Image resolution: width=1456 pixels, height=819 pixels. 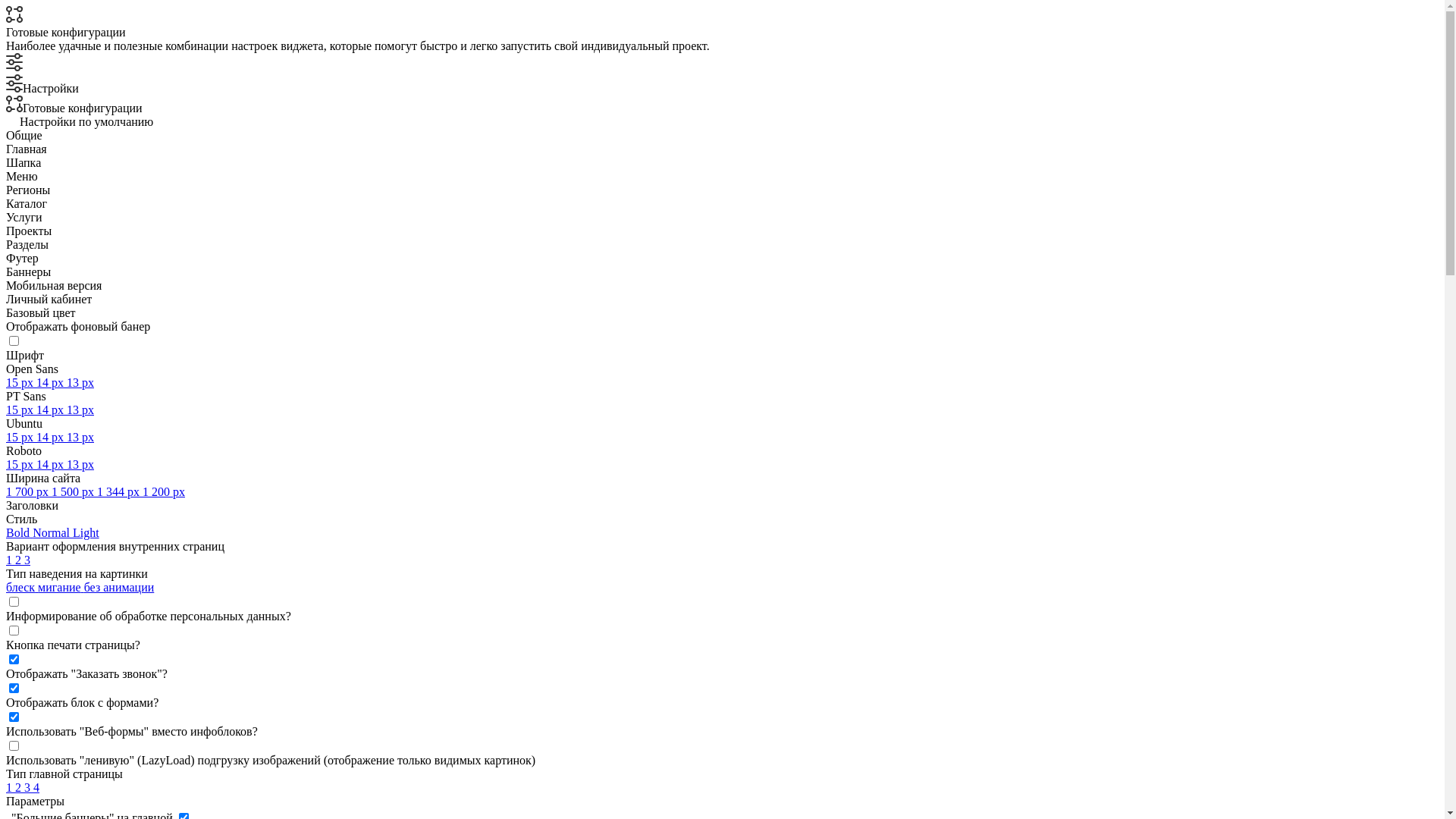 What do you see at coordinates (29, 786) in the screenshot?
I see `'3'` at bounding box center [29, 786].